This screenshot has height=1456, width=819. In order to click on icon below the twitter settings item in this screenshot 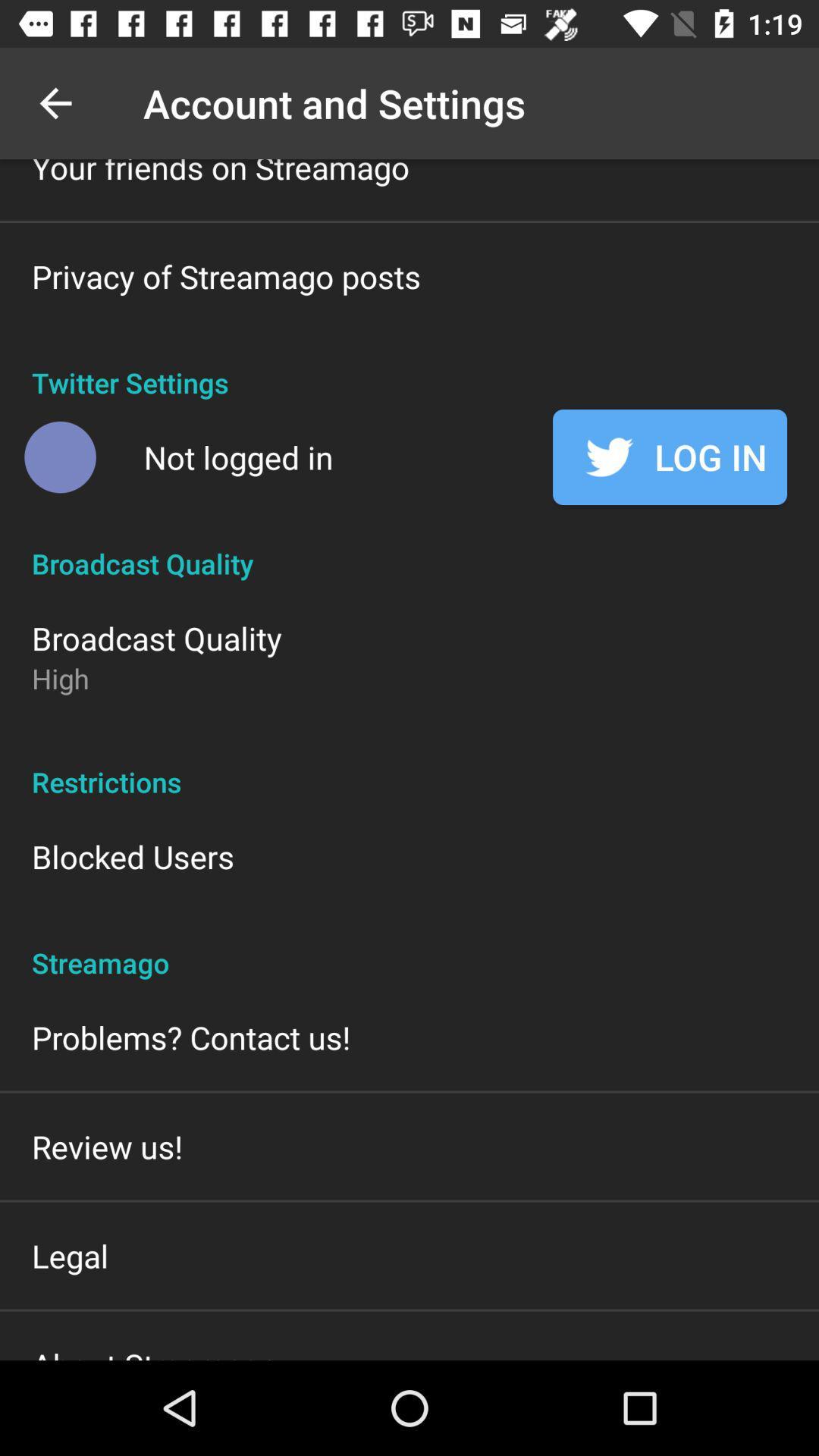, I will do `click(238, 457)`.